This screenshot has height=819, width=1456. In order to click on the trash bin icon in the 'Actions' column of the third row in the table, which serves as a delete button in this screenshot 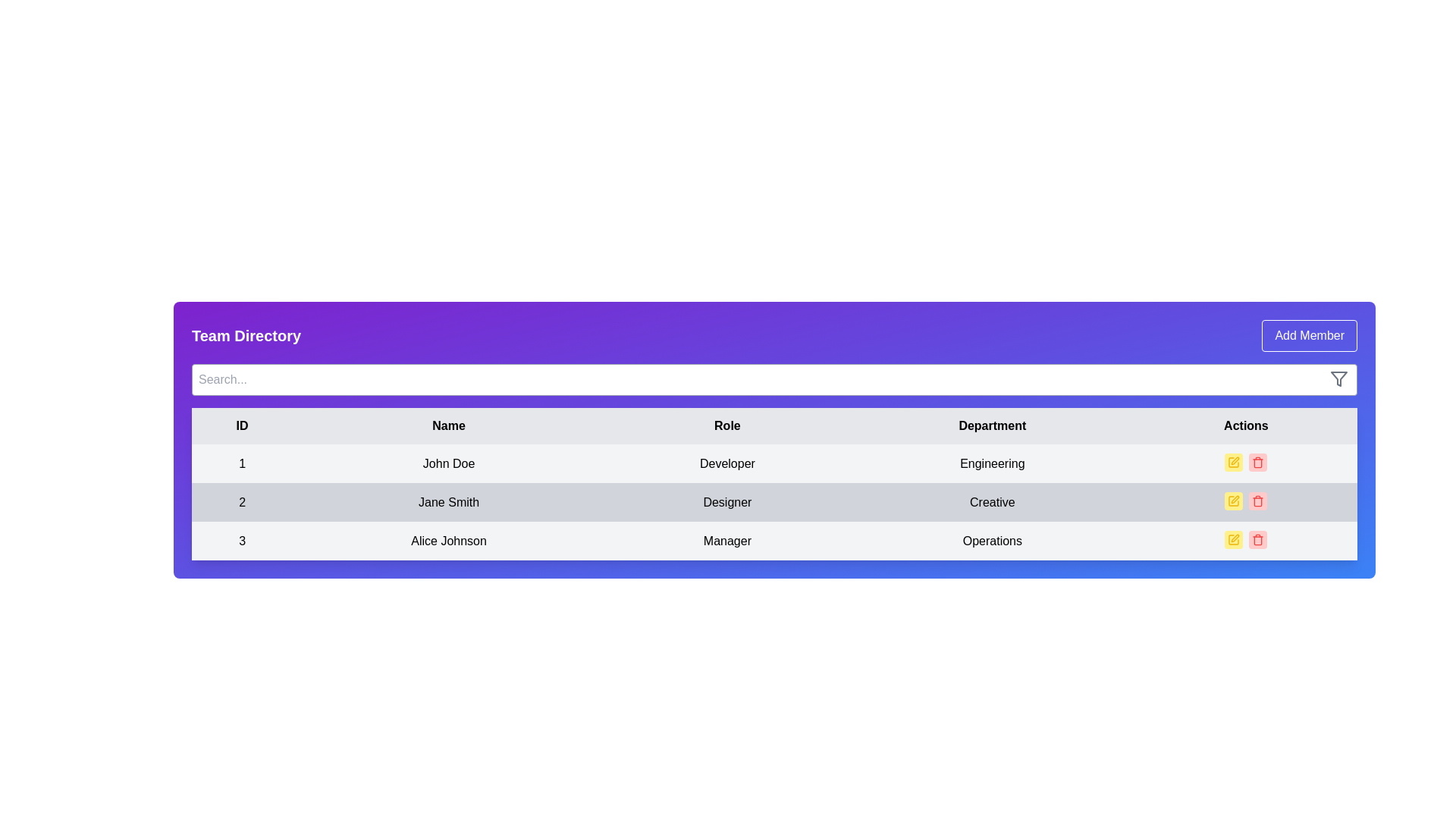, I will do `click(1258, 463)`.